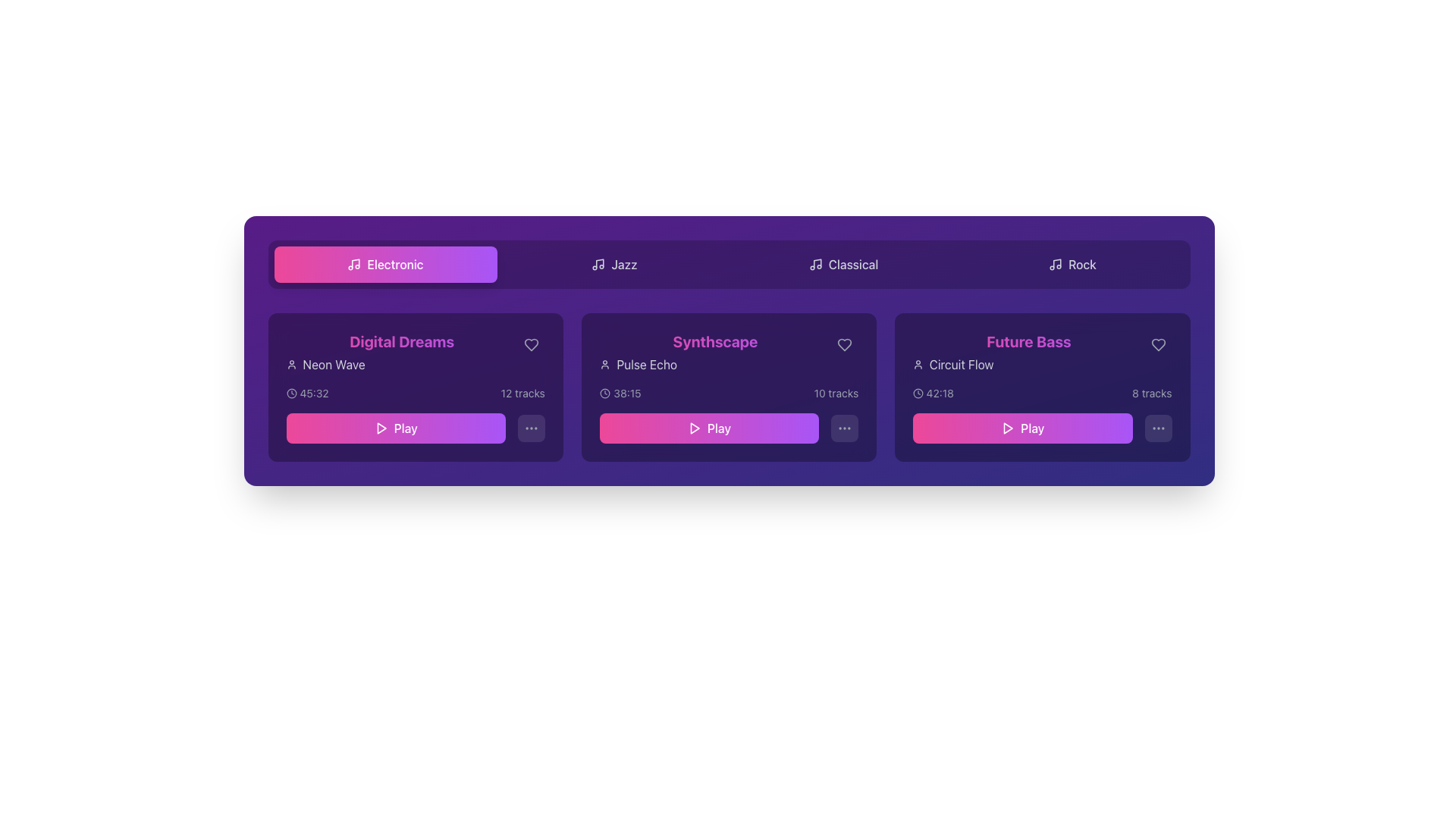 The width and height of the screenshot is (1456, 819). Describe the element at coordinates (1055, 263) in the screenshot. I see `the music note icon located within the 'Rock' tab, which is a white icon in a violet-purple rectangular tab with rounded corners` at that location.